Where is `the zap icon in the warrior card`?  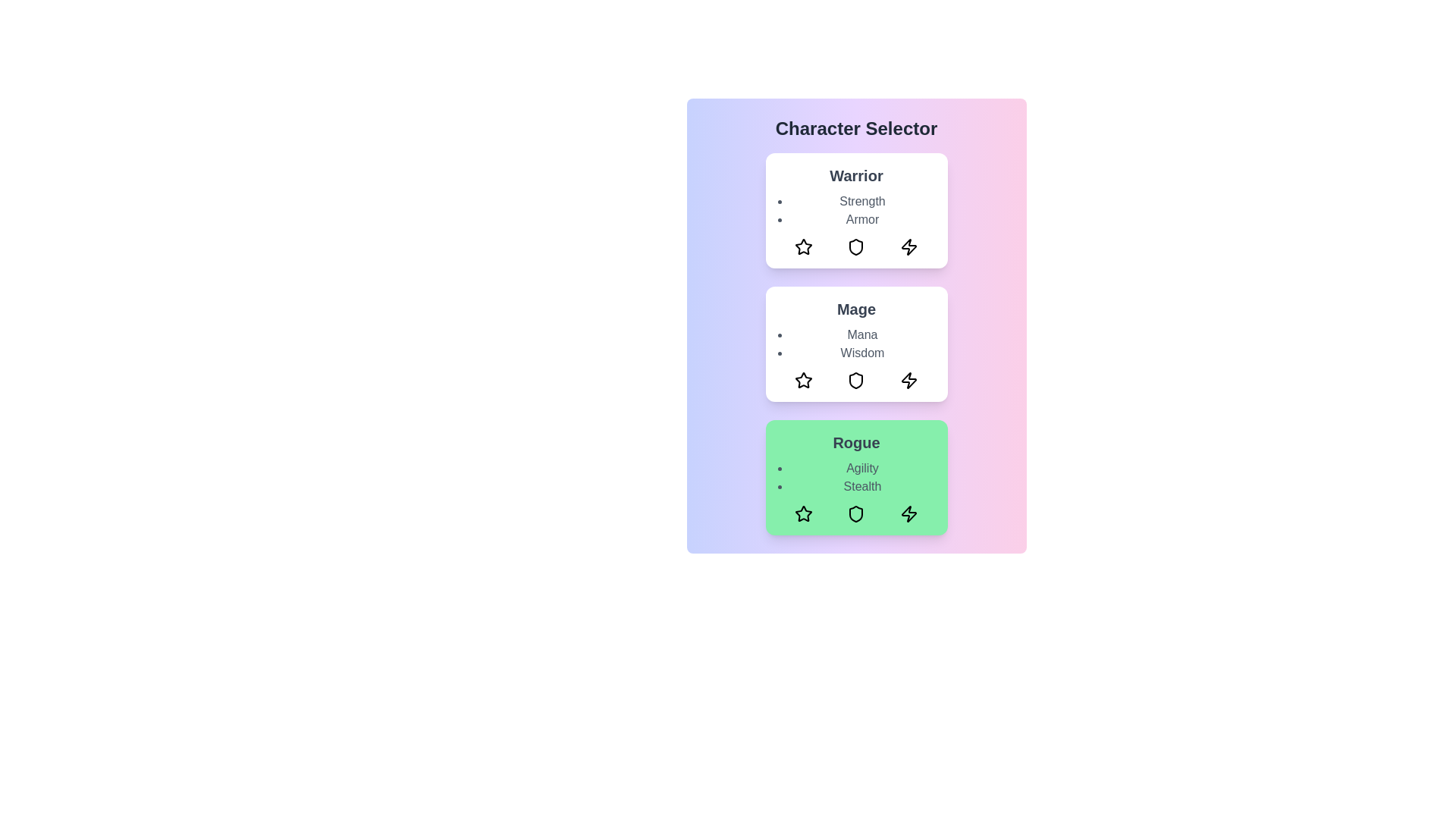
the zap icon in the warrior card is located at coordinates (908, 246).